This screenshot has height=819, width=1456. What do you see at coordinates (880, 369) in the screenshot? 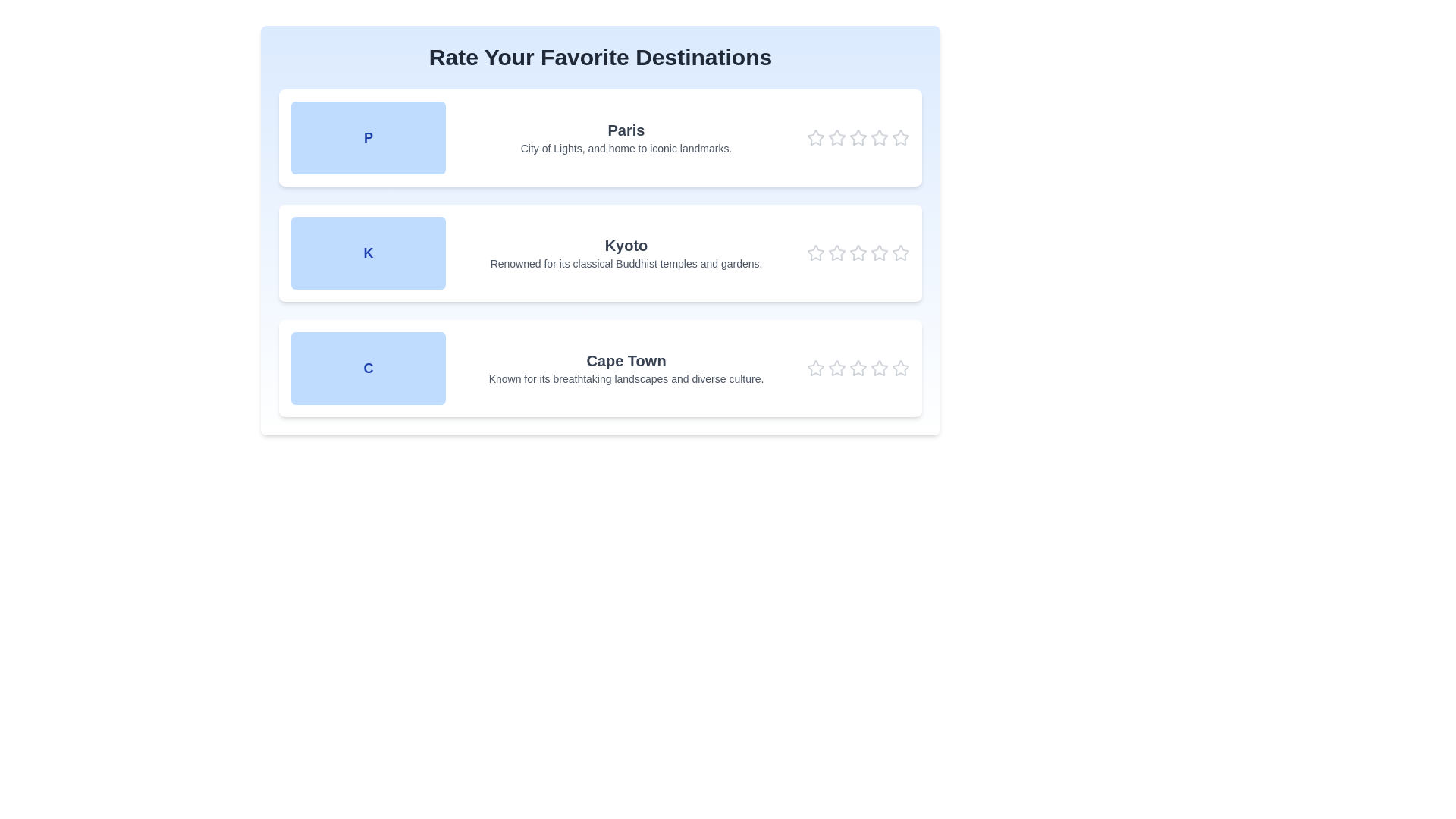
I see `the fifth star rating icon in the rating section for the 'Cape Town' item to indicate an intention to rate` at bounding box center [880, 369].